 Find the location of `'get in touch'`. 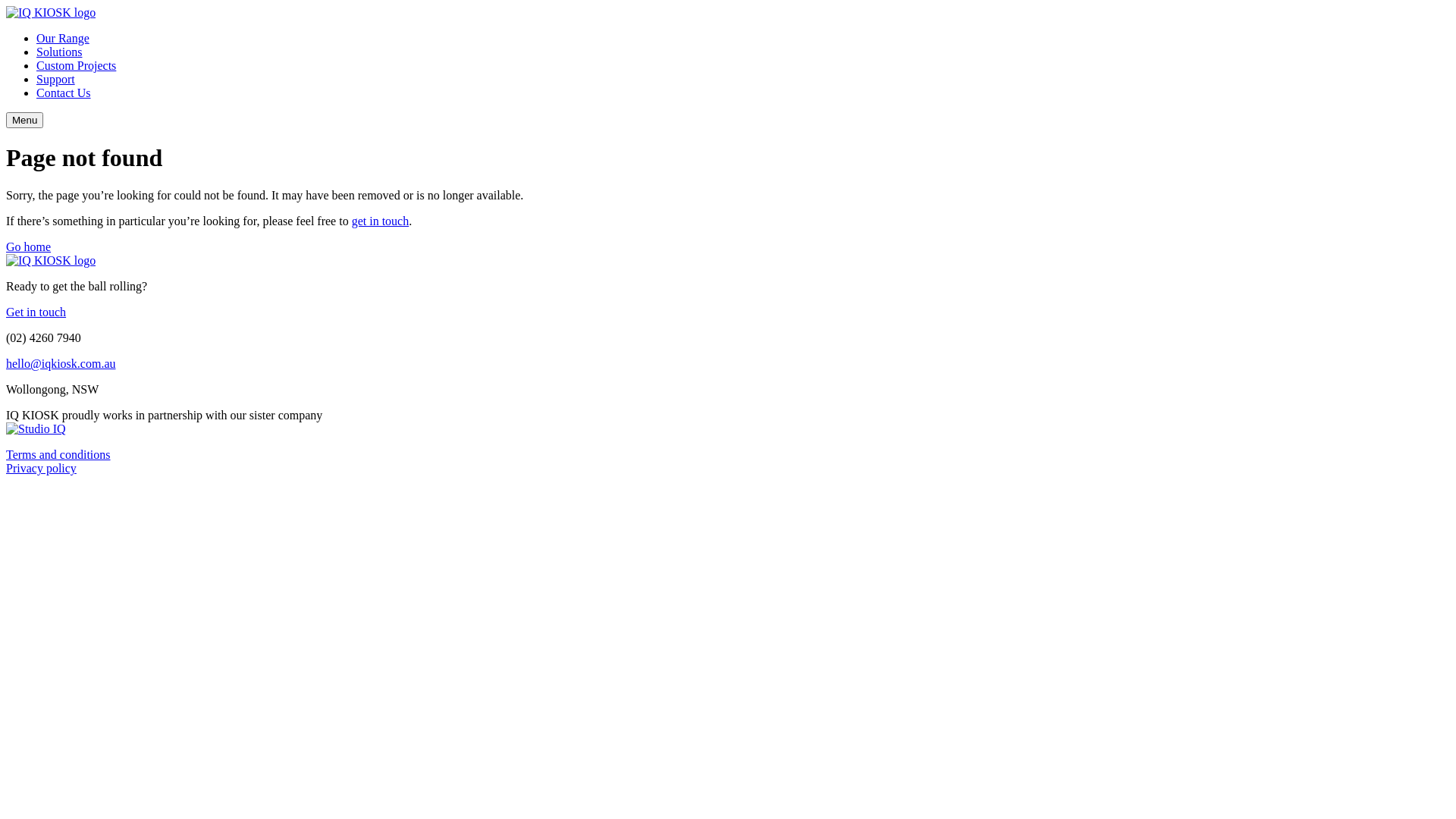

'get in touch' is located at coordinates (351, 221).